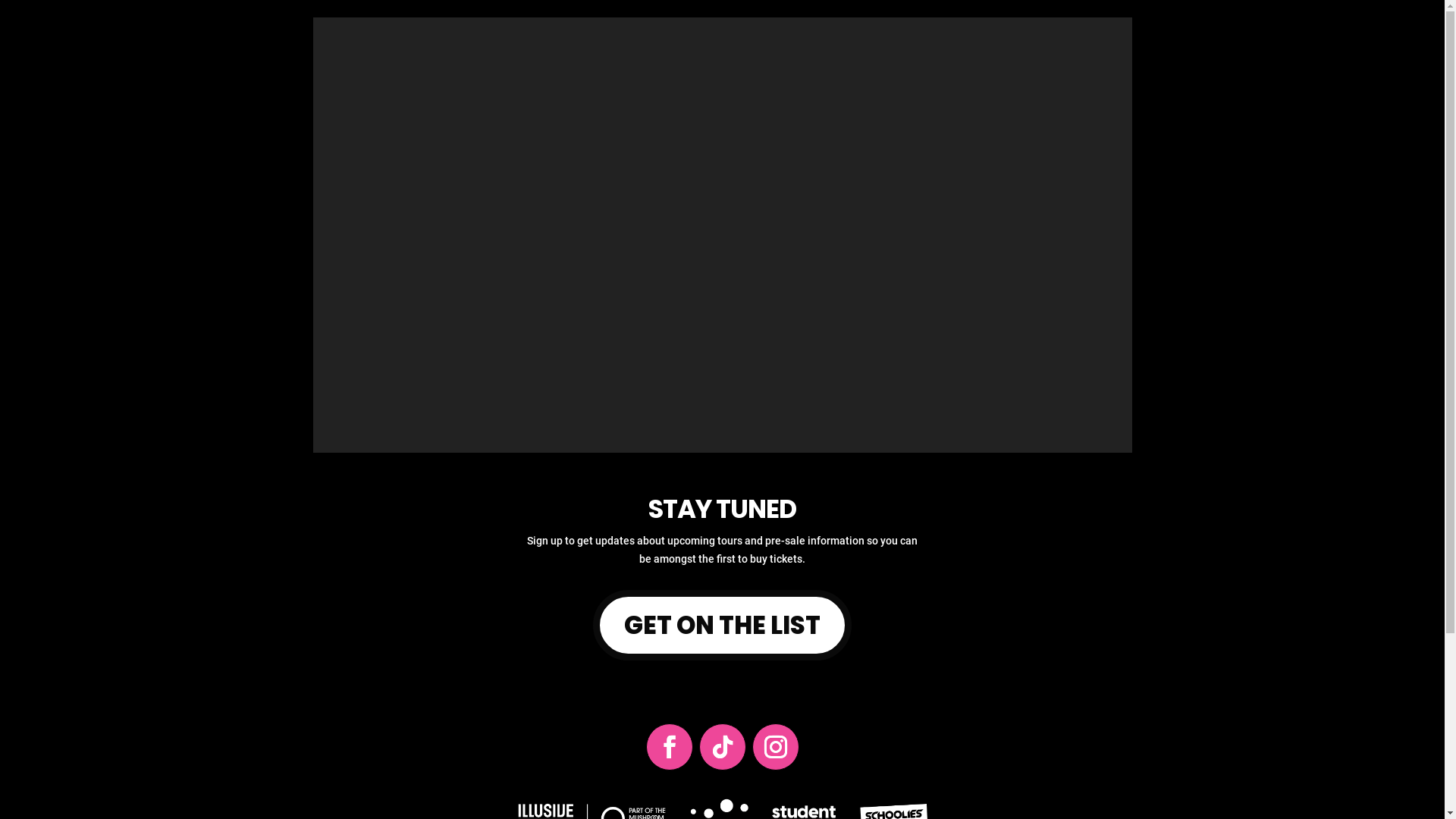 The image size is (1456, 819). Describe the element at coordinates (722, 625) in the screenshot. I see `'GET ON THE LIST'` at that location.